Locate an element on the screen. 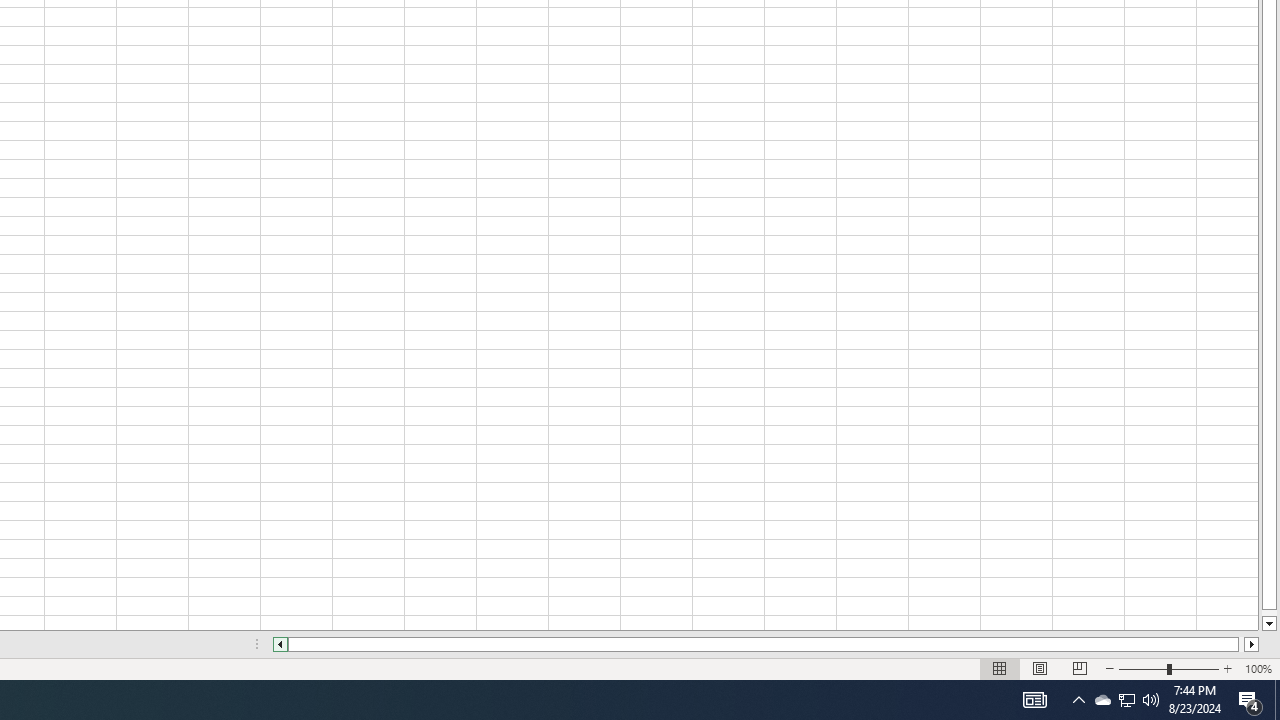 The height and width of the screenshot is (720, 1280). 'Zoom In' is located at coordinates (1226, 669).